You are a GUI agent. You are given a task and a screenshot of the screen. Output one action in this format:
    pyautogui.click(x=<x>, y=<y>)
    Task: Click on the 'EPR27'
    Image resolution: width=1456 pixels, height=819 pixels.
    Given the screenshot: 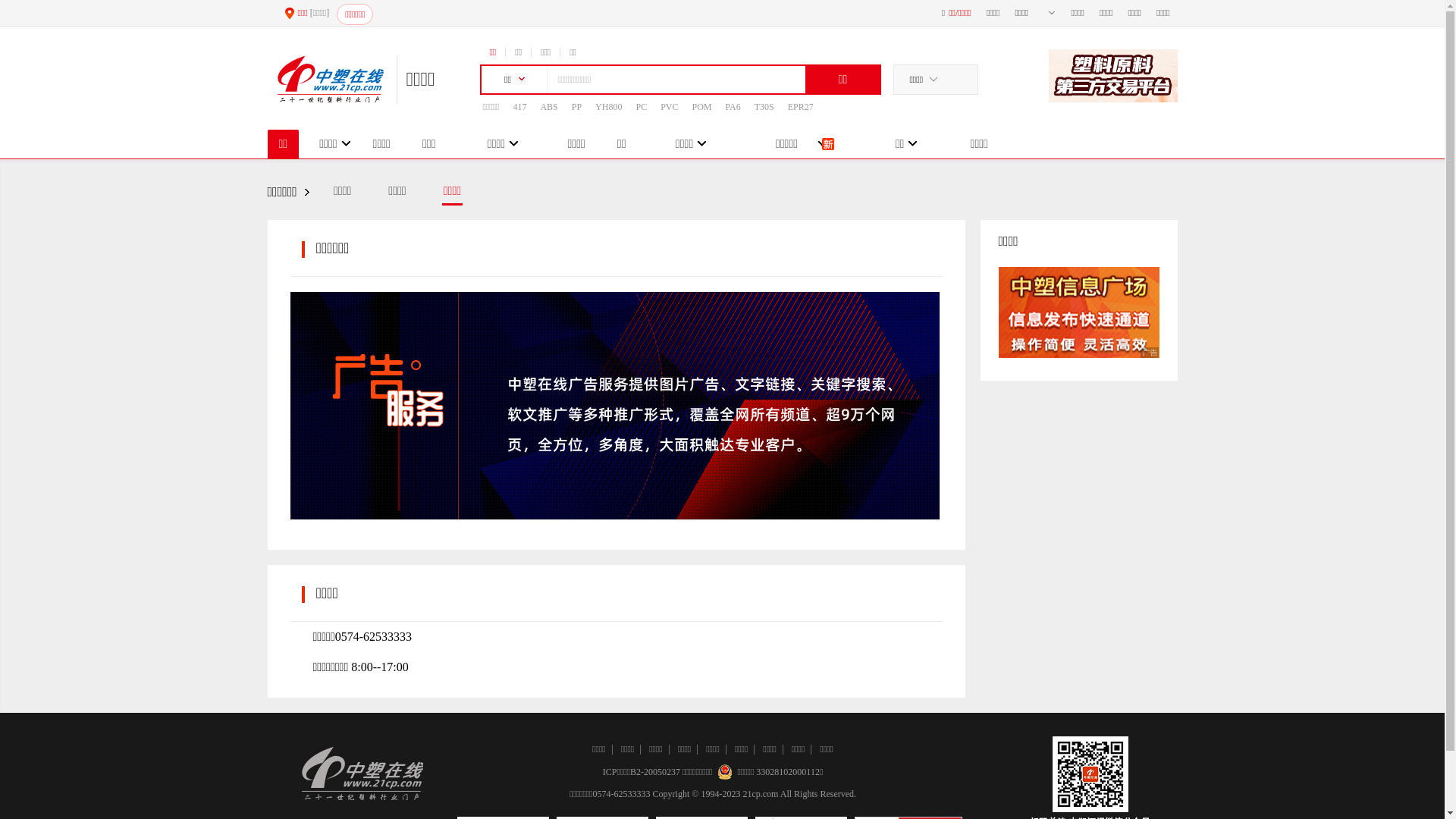 What is the action you would take?
    pyautogui.click(x=800, y=106)
    